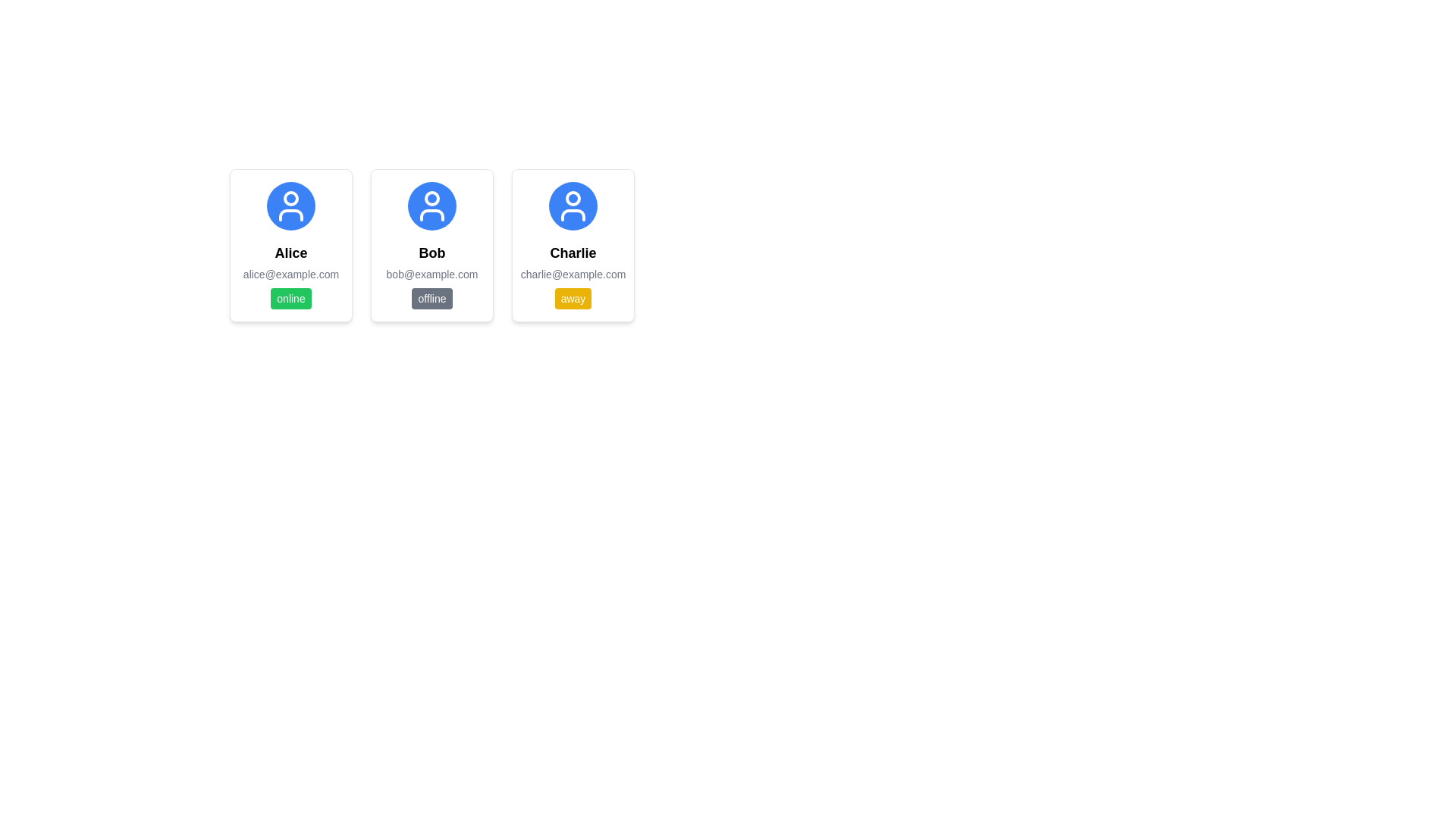 This screenshot has height=819, width=1456. Describe the element at coordinates (431, 298) in the screenshot. I see `the Status label or badge indicating the user is currently 'offline', located within the middle user profile card, below the email address 'bob@example.com'` at that location.